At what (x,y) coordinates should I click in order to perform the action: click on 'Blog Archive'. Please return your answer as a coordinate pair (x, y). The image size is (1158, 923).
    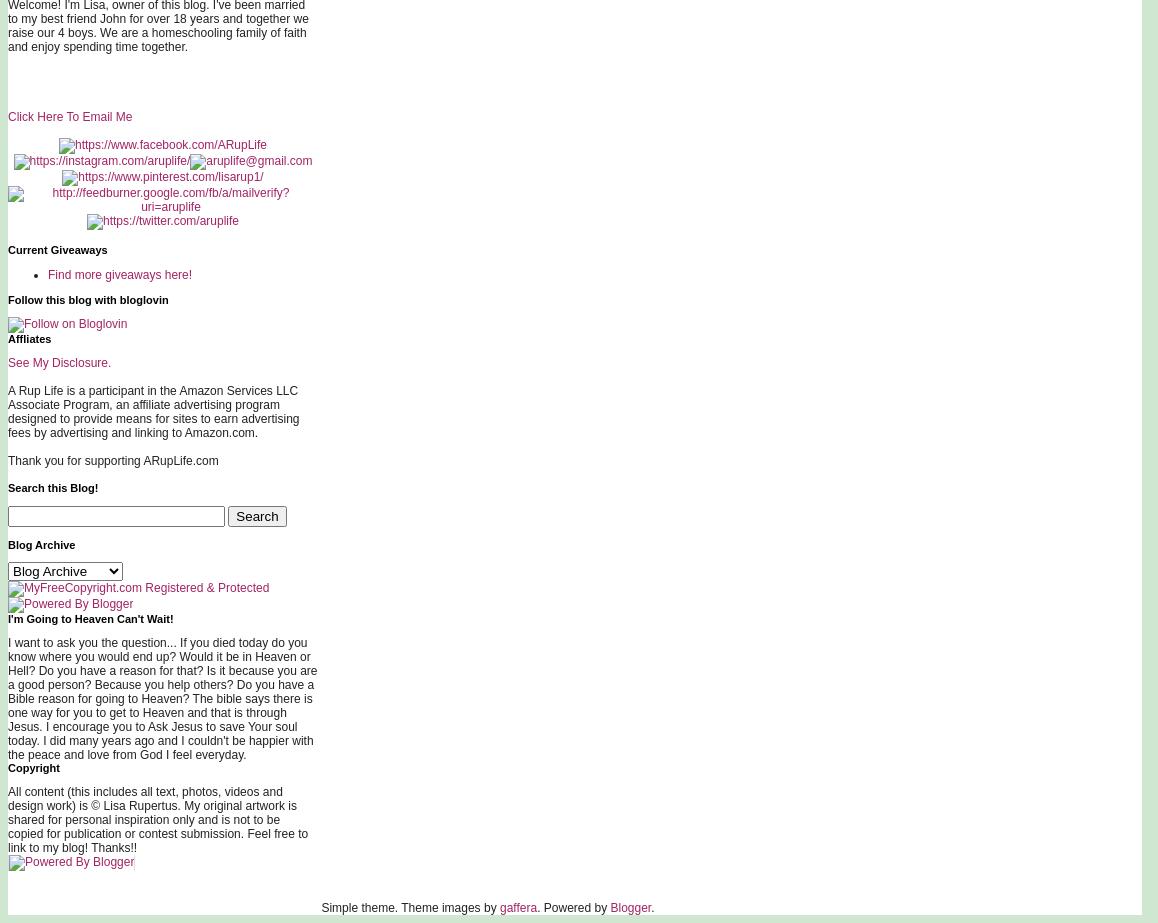
    Looking at the image, I should click on (40, 544).